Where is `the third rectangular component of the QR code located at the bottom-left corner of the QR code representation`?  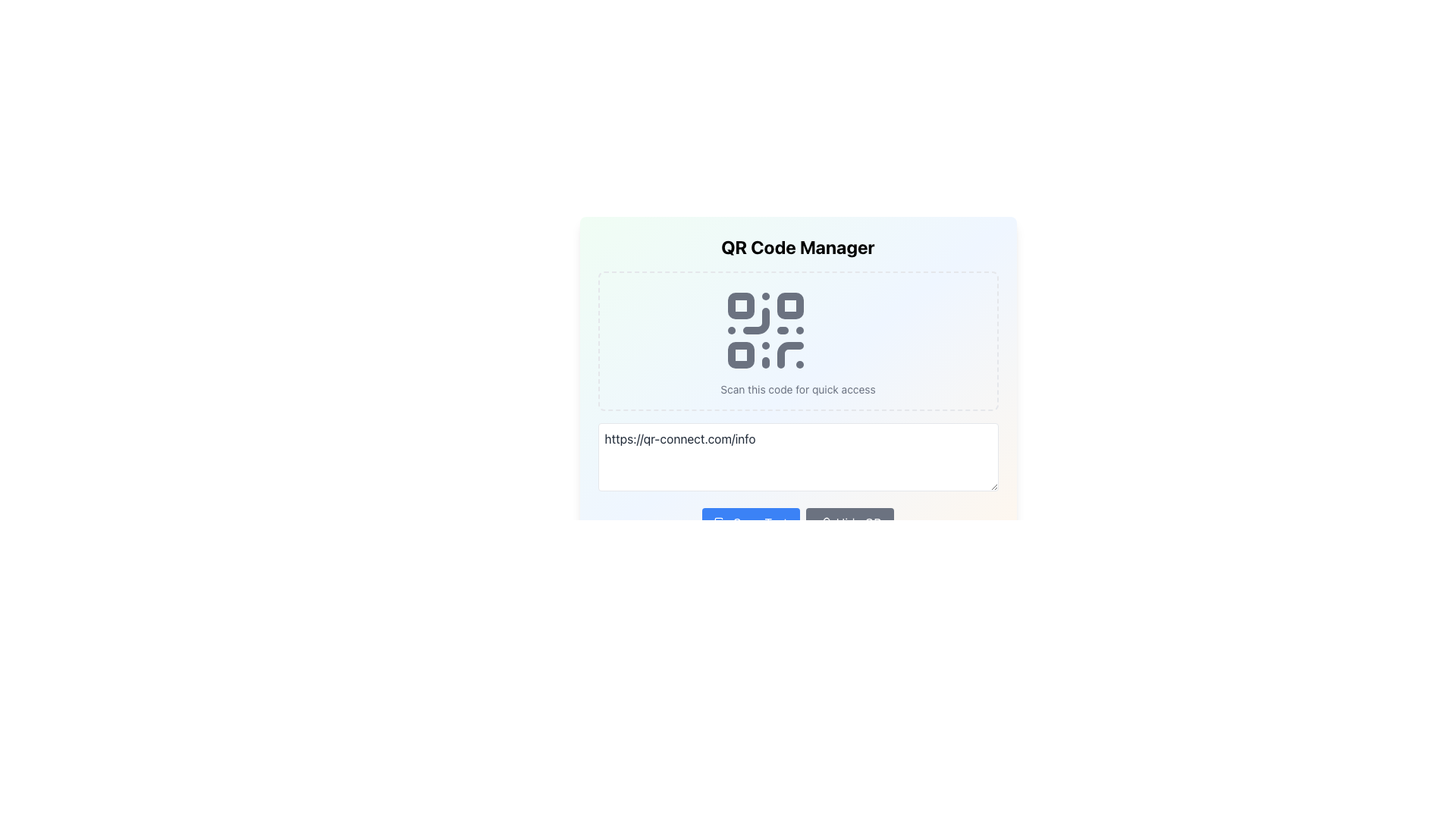
the third rectangular component of the QR code located at the bottom-left corner of the QR code representation is located at coordinates (741, 355).